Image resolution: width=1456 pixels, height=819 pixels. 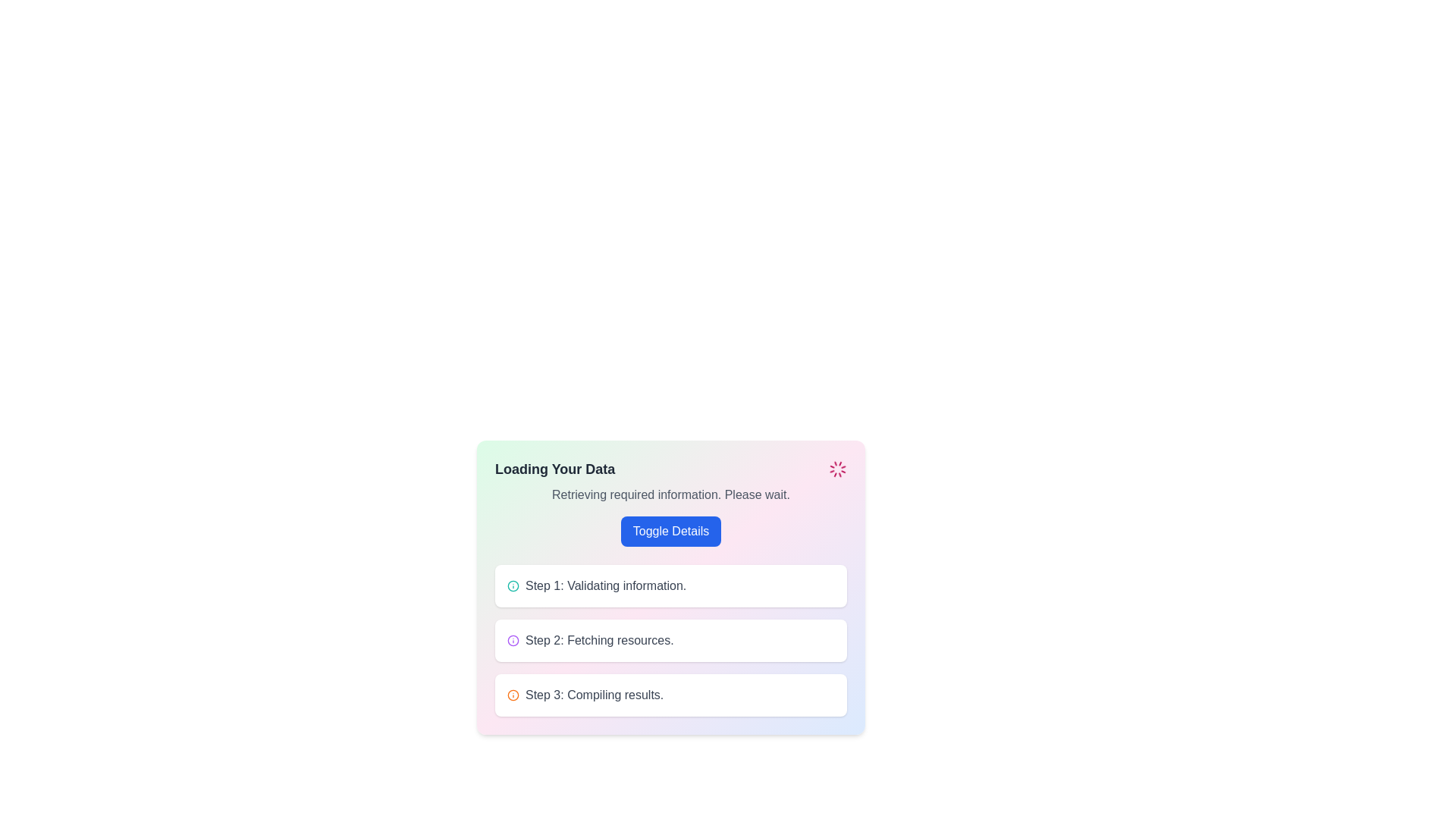 What do you see at coordinates (513, 585) in the screenshot?
I see `the teal circular icon representing the 'info' symbol, which is part of an icon set located at the top left of the progress block labeled 'Step 1: Validating information.'` at bounding box center [513, 585].